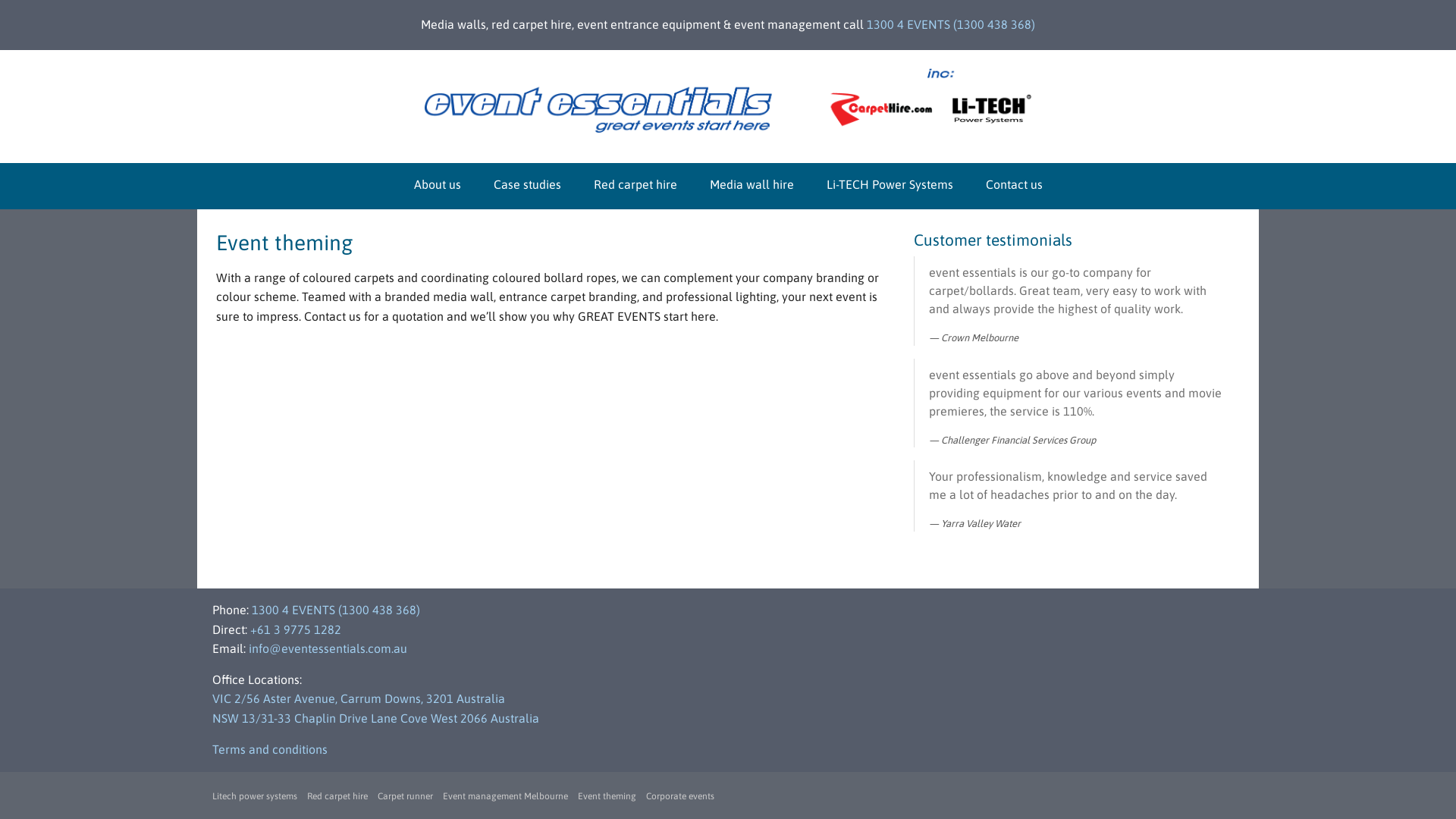  What do you see at coordinates (526, 184) in the screenshot?
I see `'Case studies'` at bounding box center [526, 184].